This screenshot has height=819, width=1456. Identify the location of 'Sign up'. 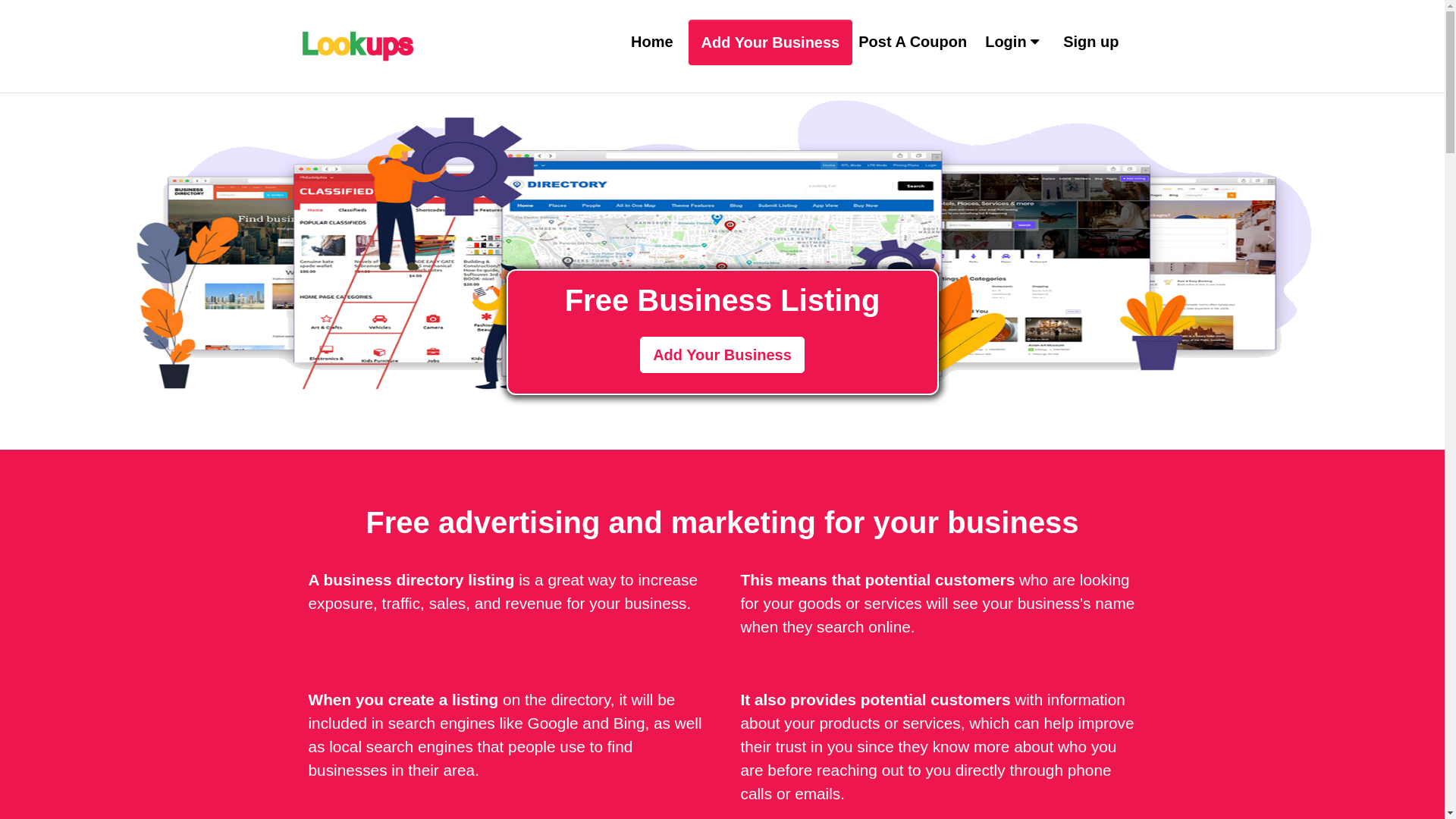
(1090, 45).